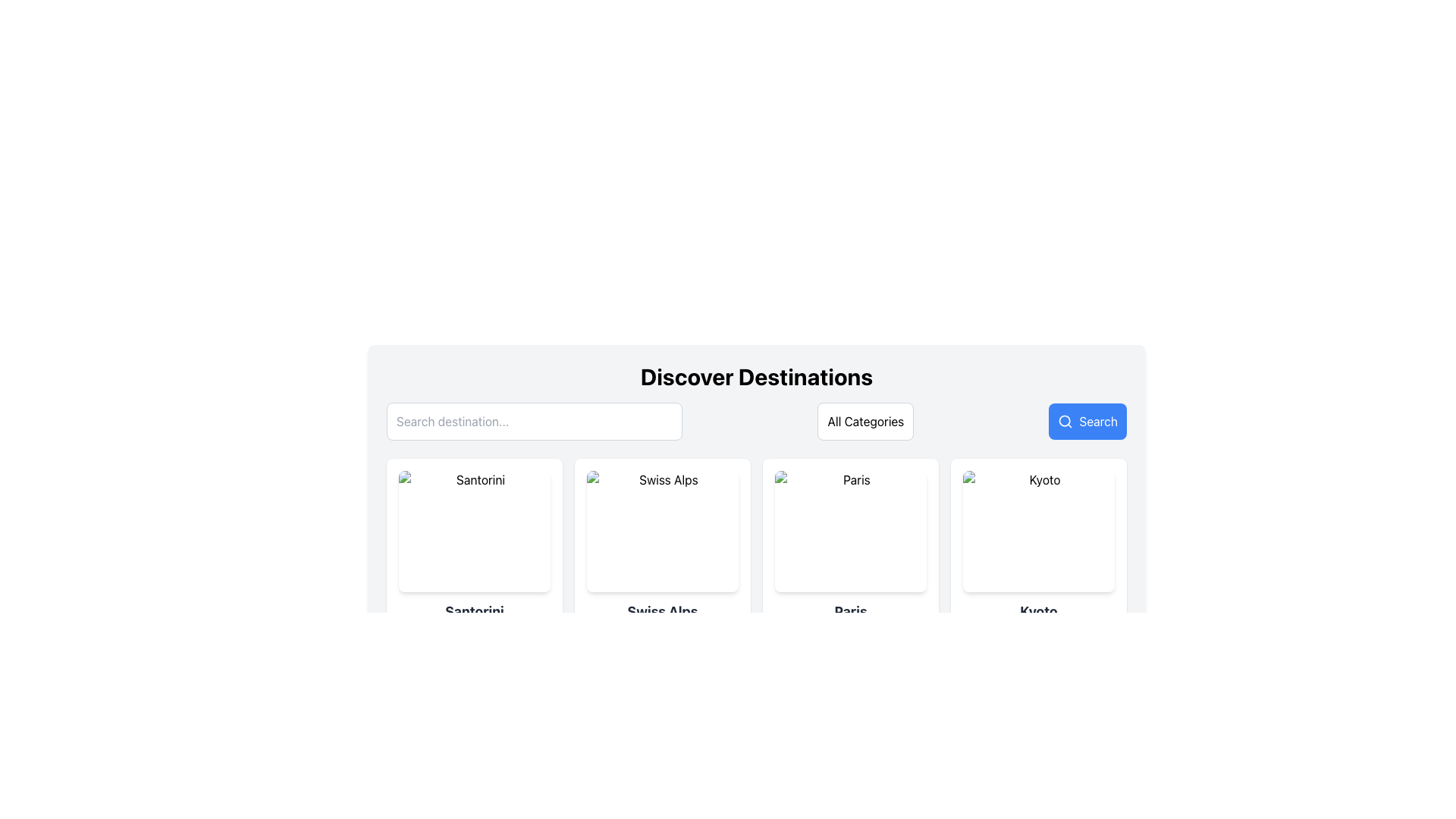 Image resolution: width=1456 pixels, height=819 pixels. I want to click on the magnifying glass icon within the rounded blue 'Search' button located at the top-right corner of the layout, so click(1065, 421).